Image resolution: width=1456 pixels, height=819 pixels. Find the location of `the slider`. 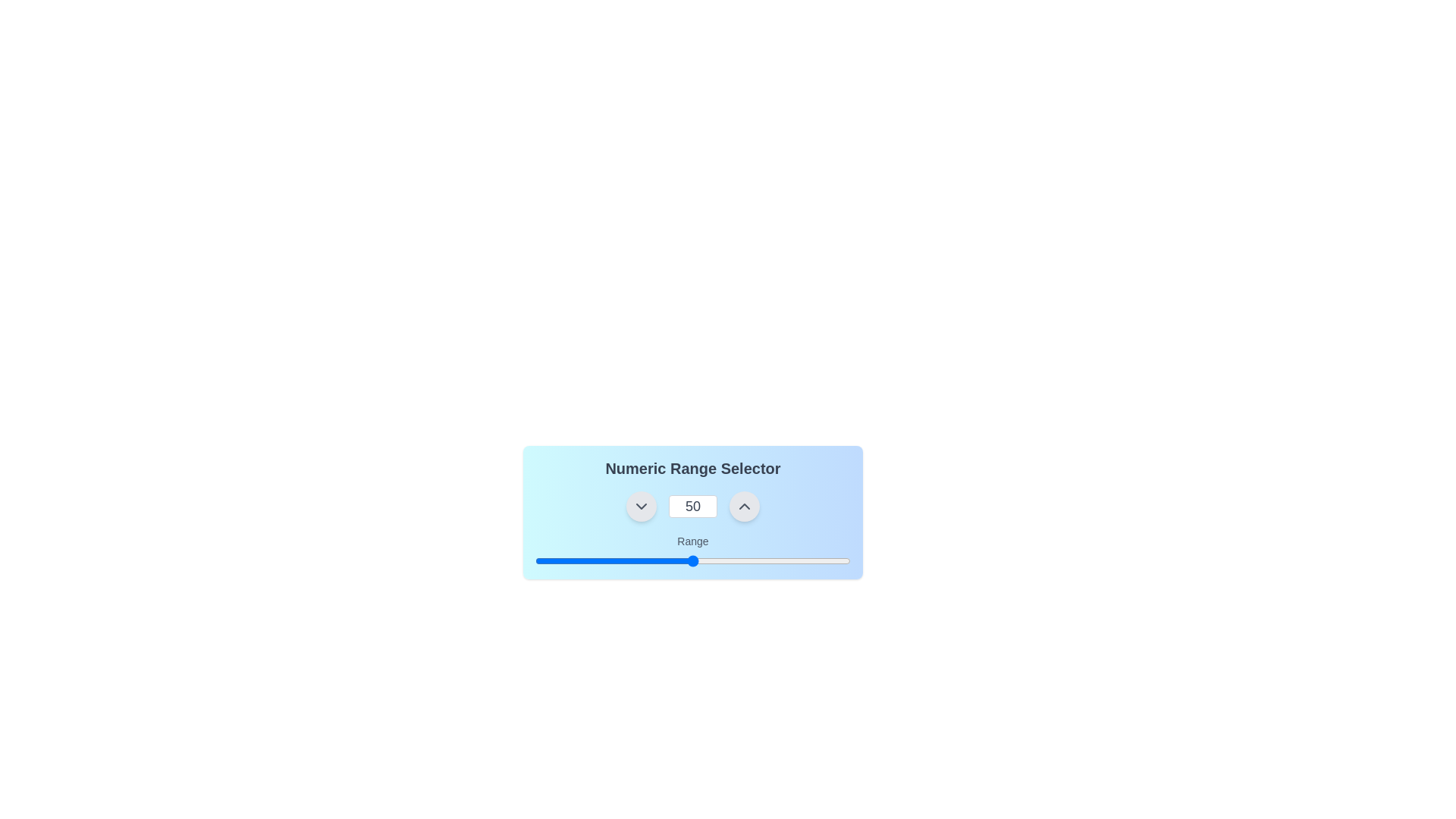

the slider is located at coordinates (815, 561).